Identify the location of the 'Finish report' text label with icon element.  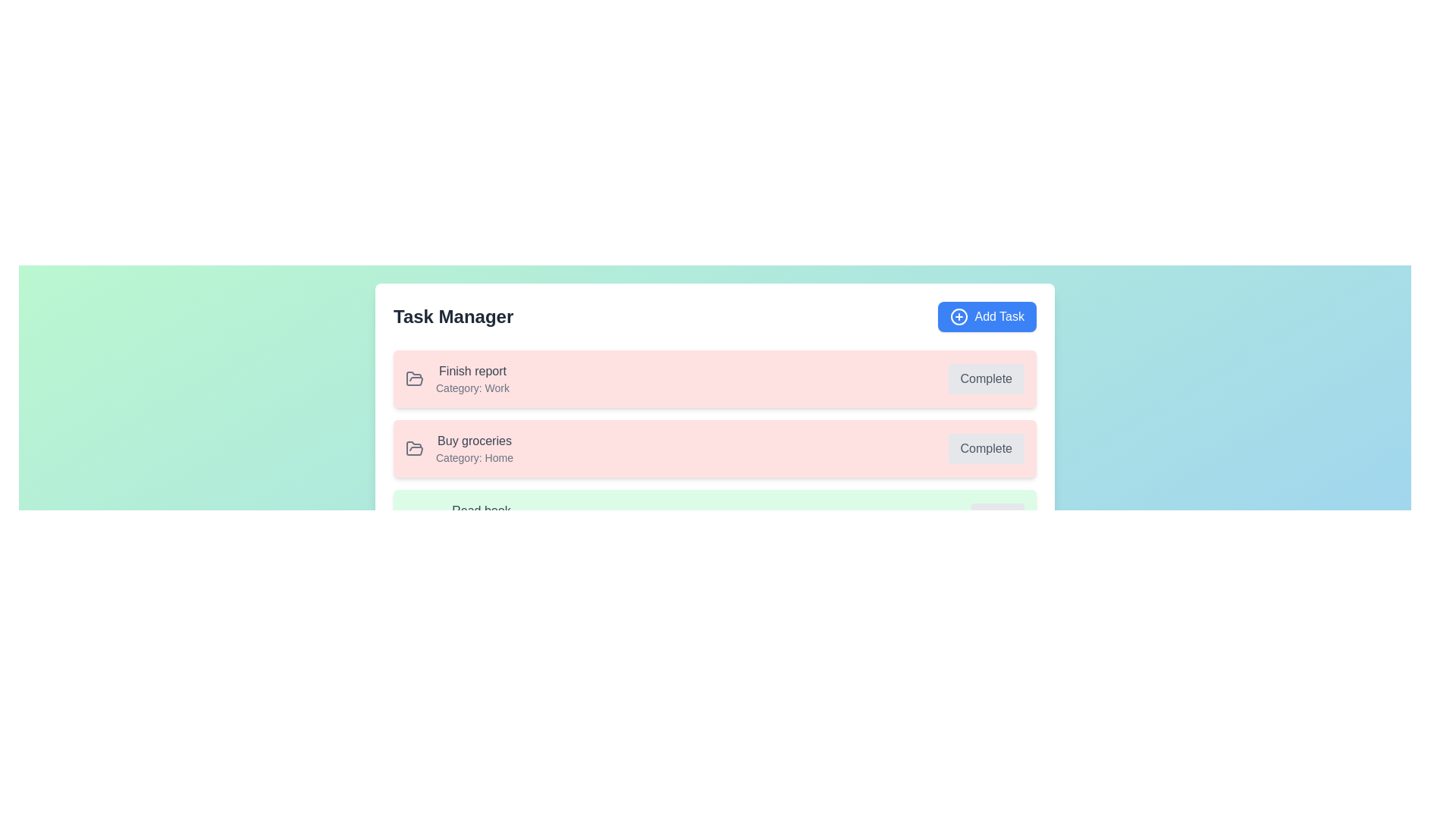
(457, 378).